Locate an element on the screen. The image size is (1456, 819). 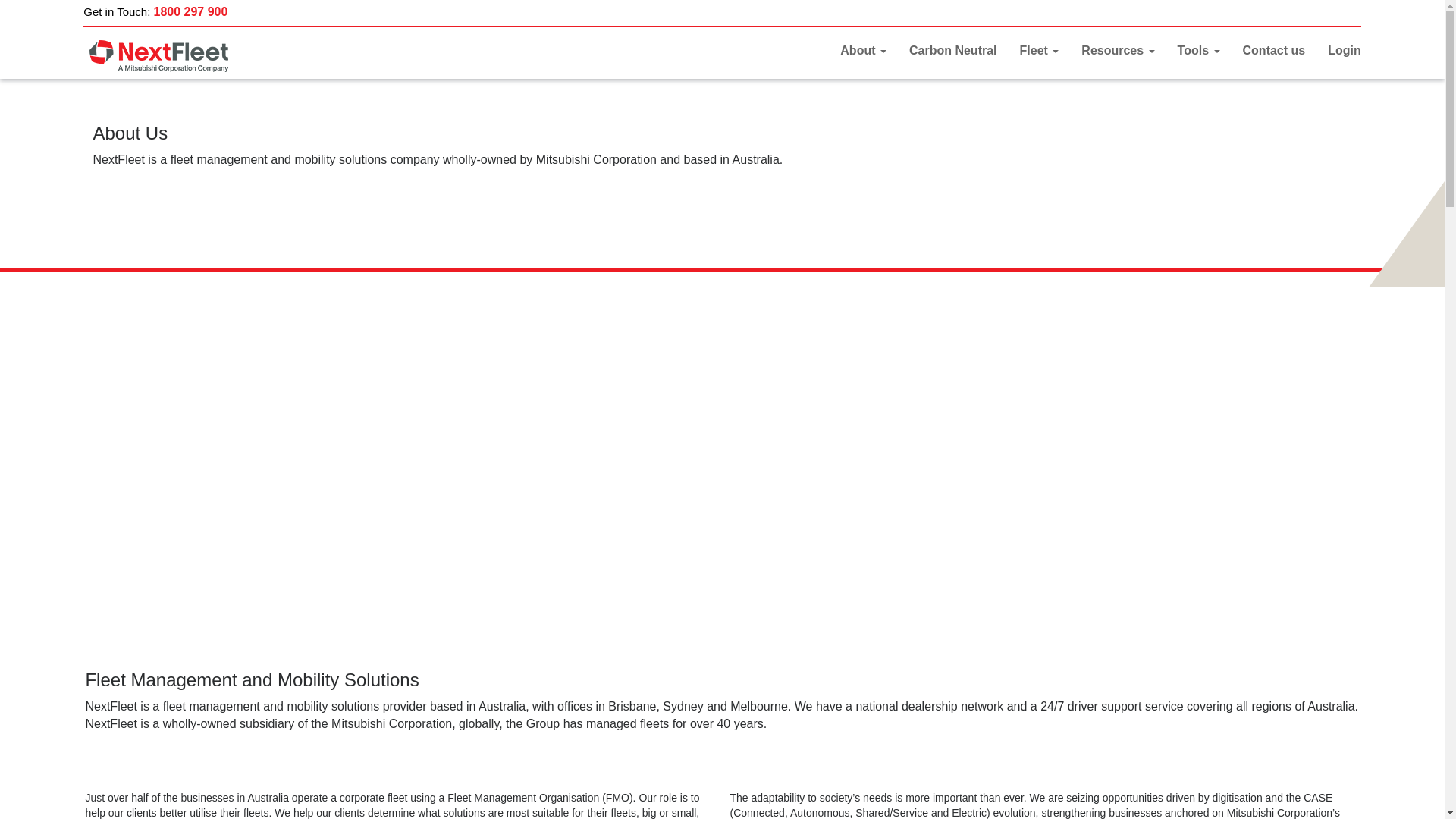
'1800 297 900' is located at coordinates (190, 11).